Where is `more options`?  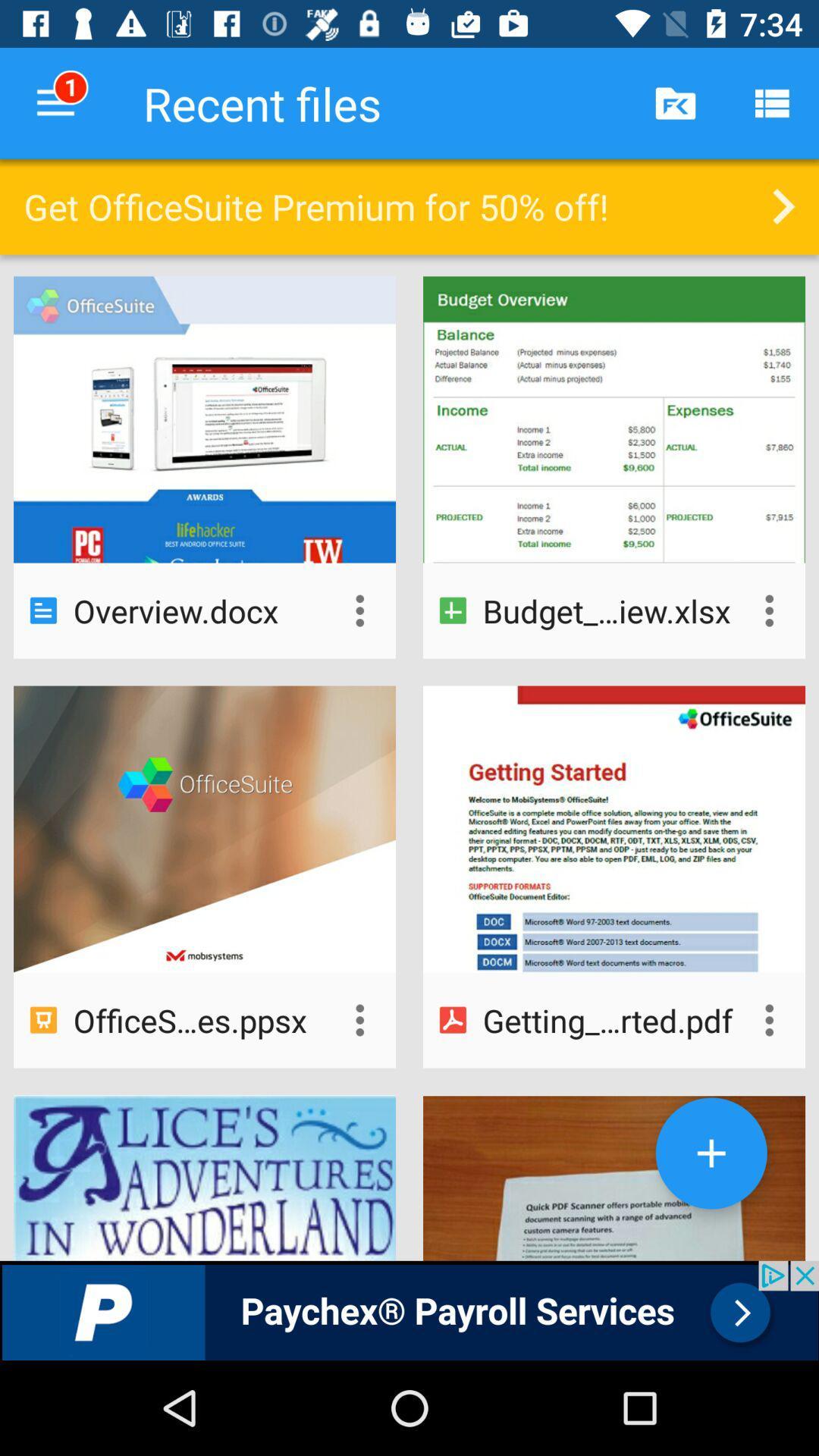
more options is located at coordinates (769, 1020).